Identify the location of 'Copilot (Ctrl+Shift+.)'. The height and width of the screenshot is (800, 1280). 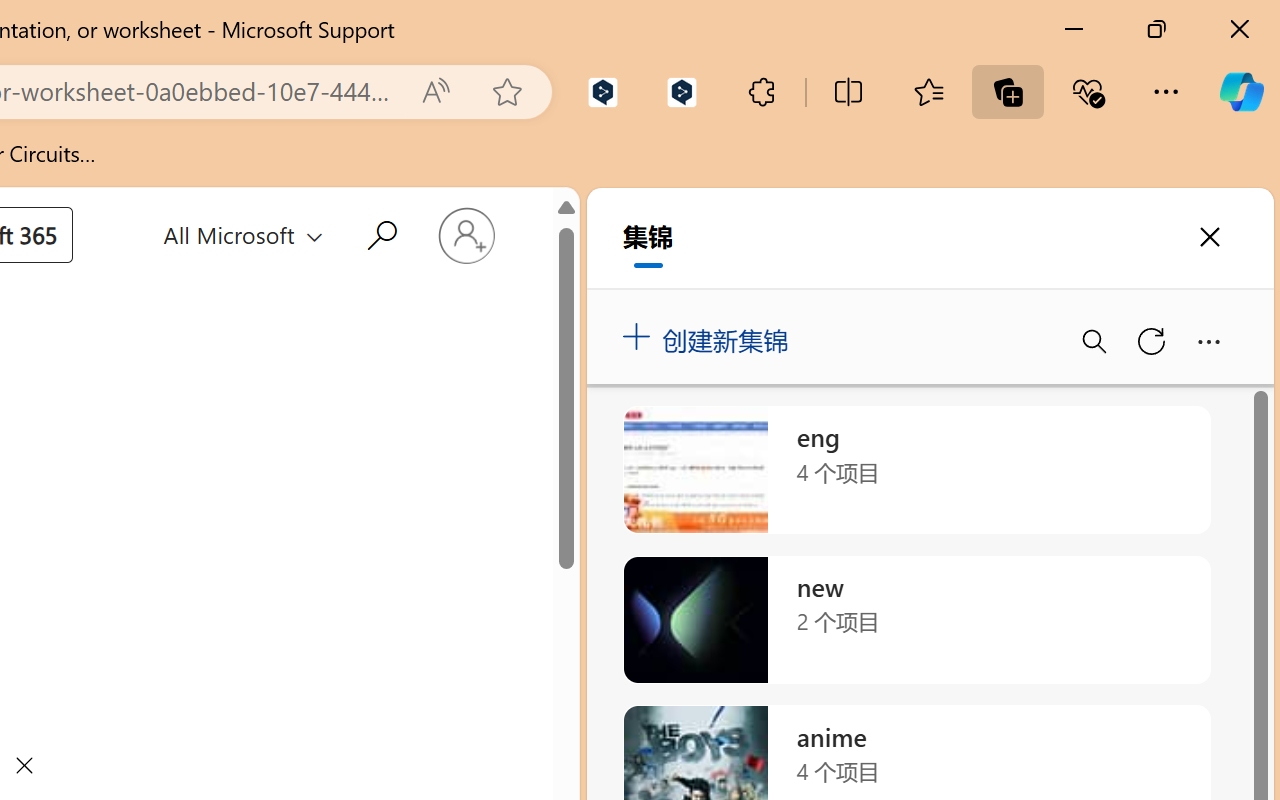
(1240, 91).